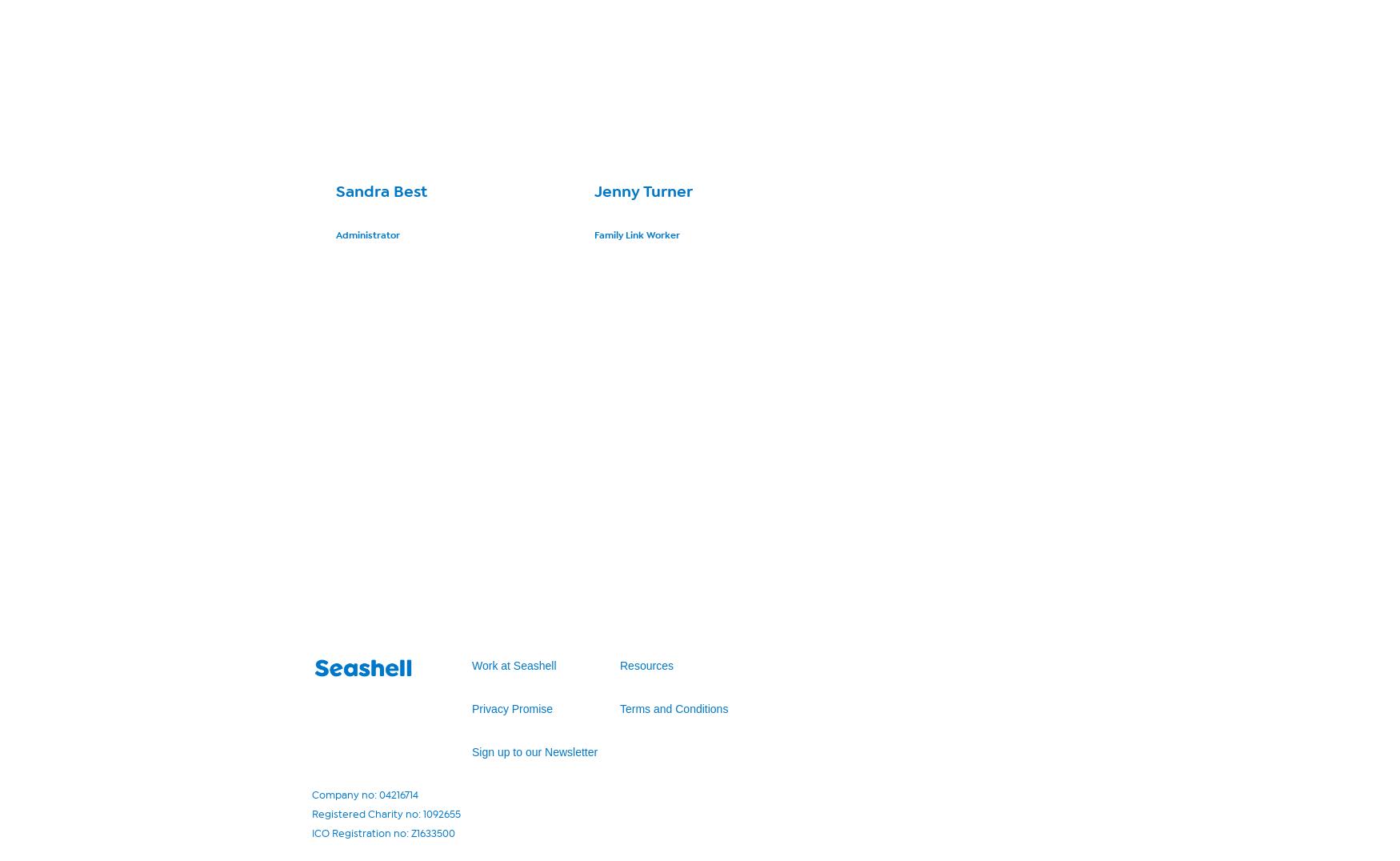  Describe the element at coordinates (642, 191) in the screenshot. I see `'Jenny Turner'` at that location.